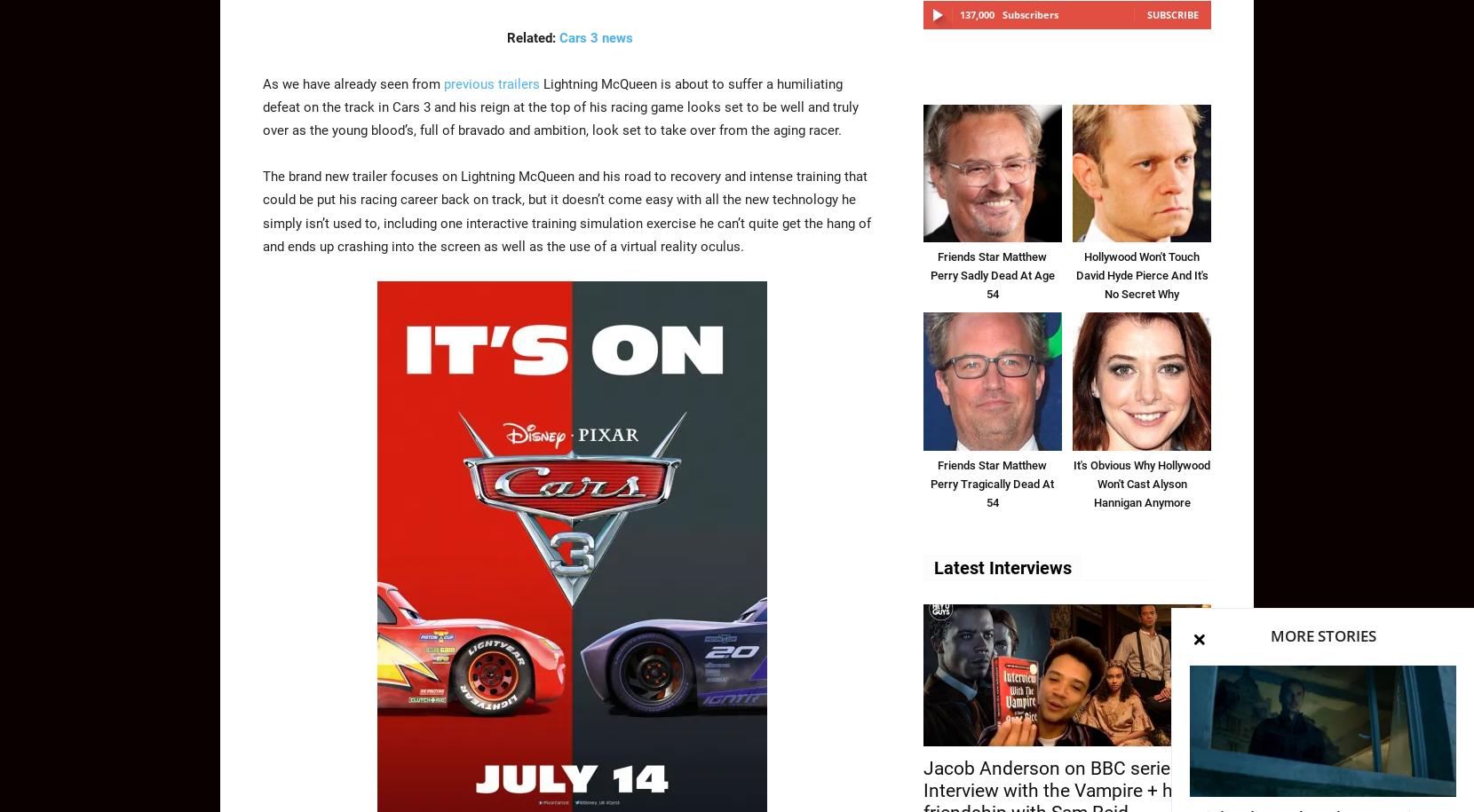  Describe the element at coordinates (559, 106) in the screenshot. I see `'Lightning McQueen is about to suffer a humiliating defeat on the track in Cars 3 and his reign at the top of his racing game looks set to be well and truly over as the young blood’s, full of bravado and ambition, look set to take over from the aging racer.'` at that location.